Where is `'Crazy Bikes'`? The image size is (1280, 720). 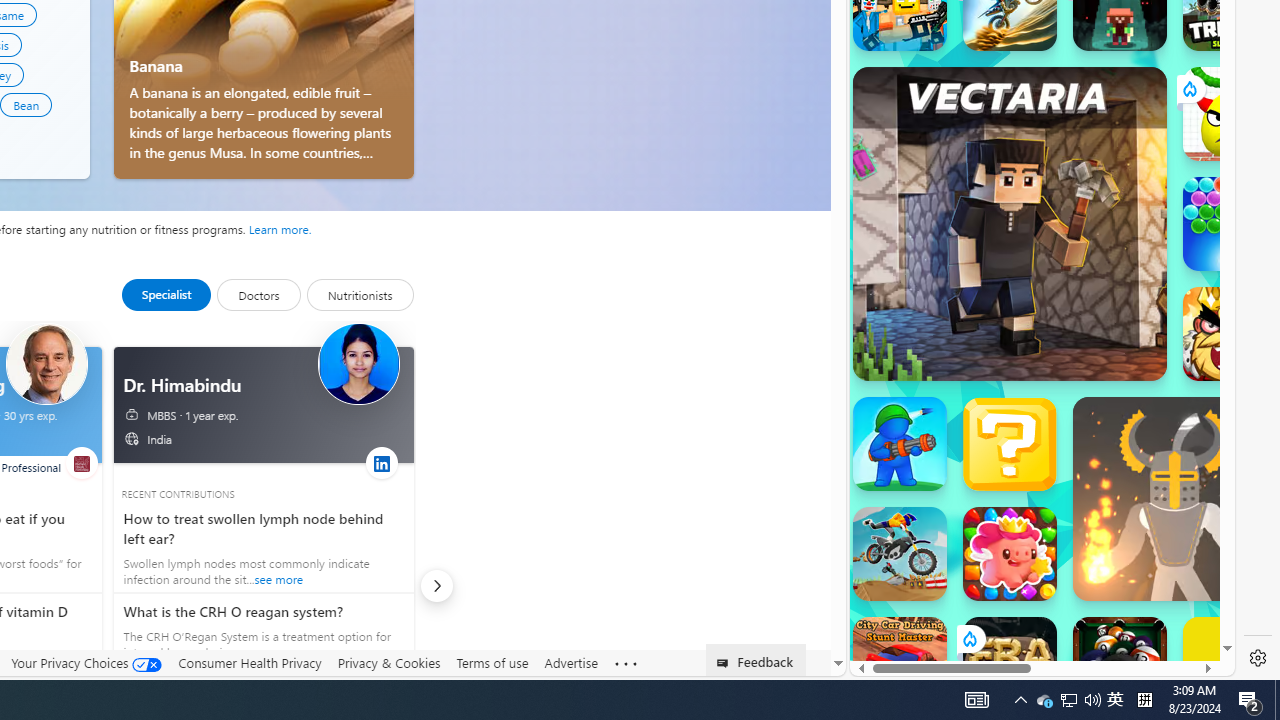 'Crazy Bikes' is located at coordinates (898, 554).